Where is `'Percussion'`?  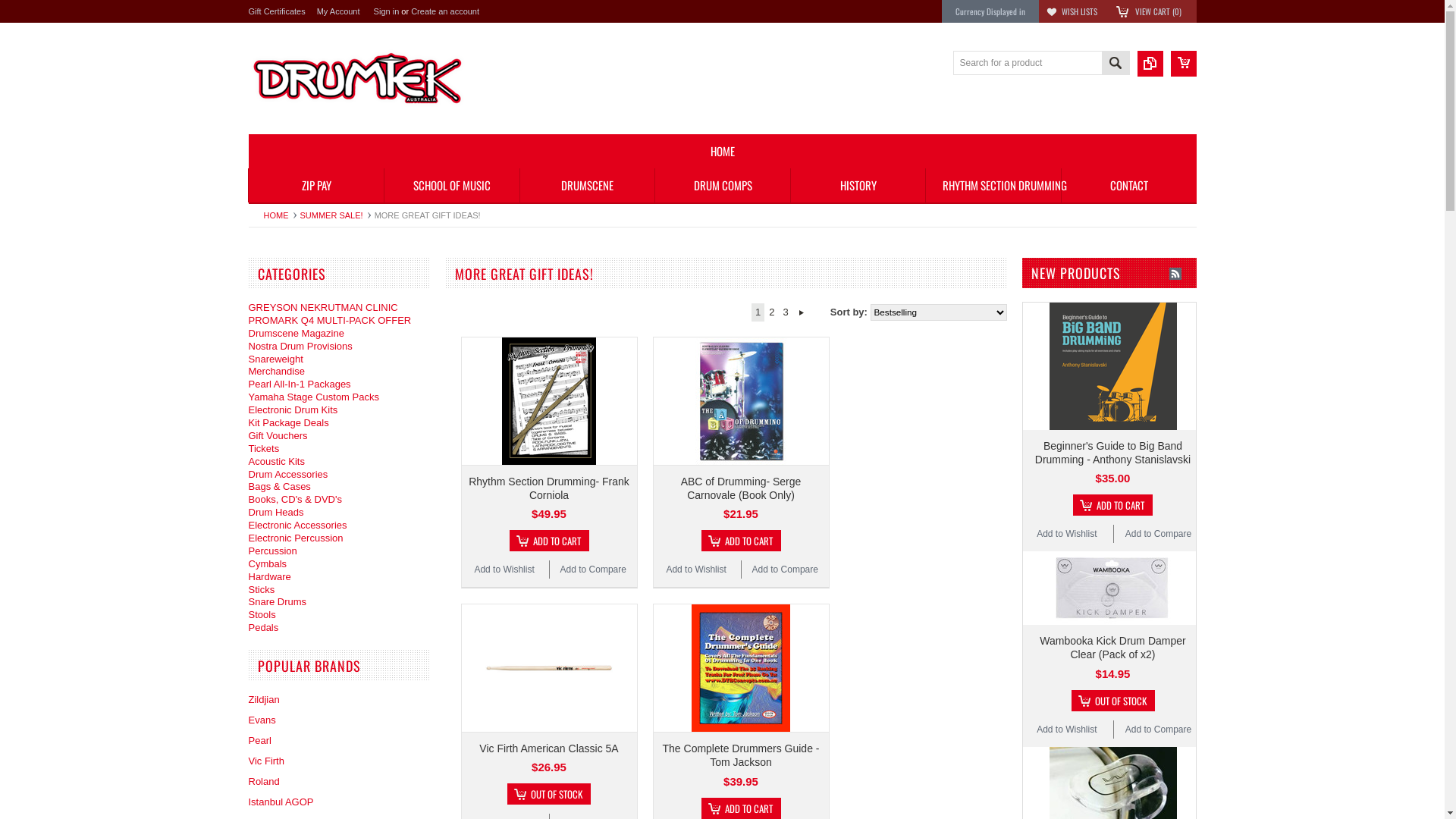
'Percussion' is located at coordinates (273, 551).